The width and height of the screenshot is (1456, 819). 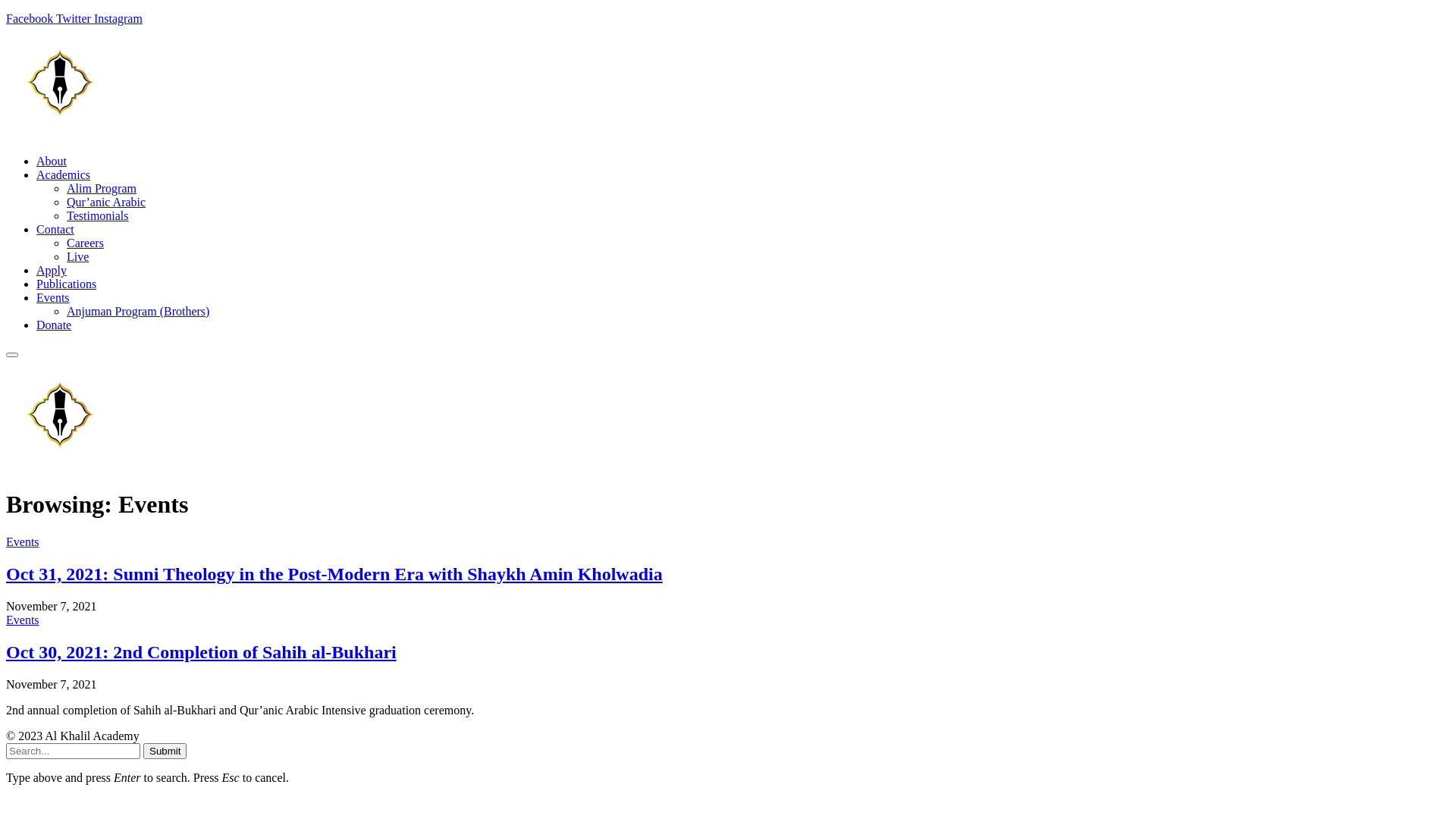 I want to click on 'Live', so click(x=65, y=256).